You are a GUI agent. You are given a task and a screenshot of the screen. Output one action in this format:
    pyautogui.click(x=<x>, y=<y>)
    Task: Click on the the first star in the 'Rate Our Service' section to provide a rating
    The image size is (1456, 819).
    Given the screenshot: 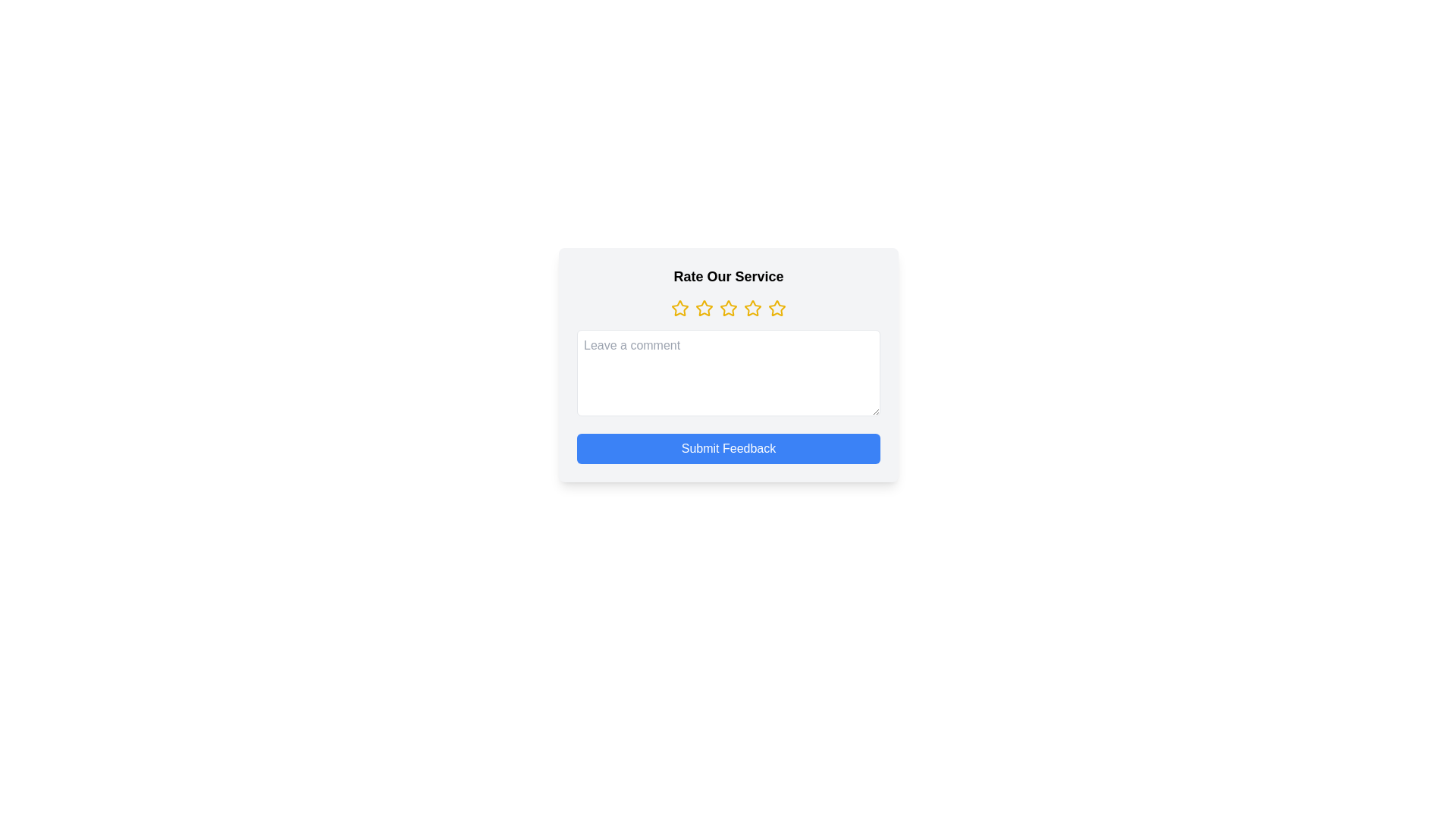 What is the action you would take?
    pyautogui.click(x=679, y=308)
    